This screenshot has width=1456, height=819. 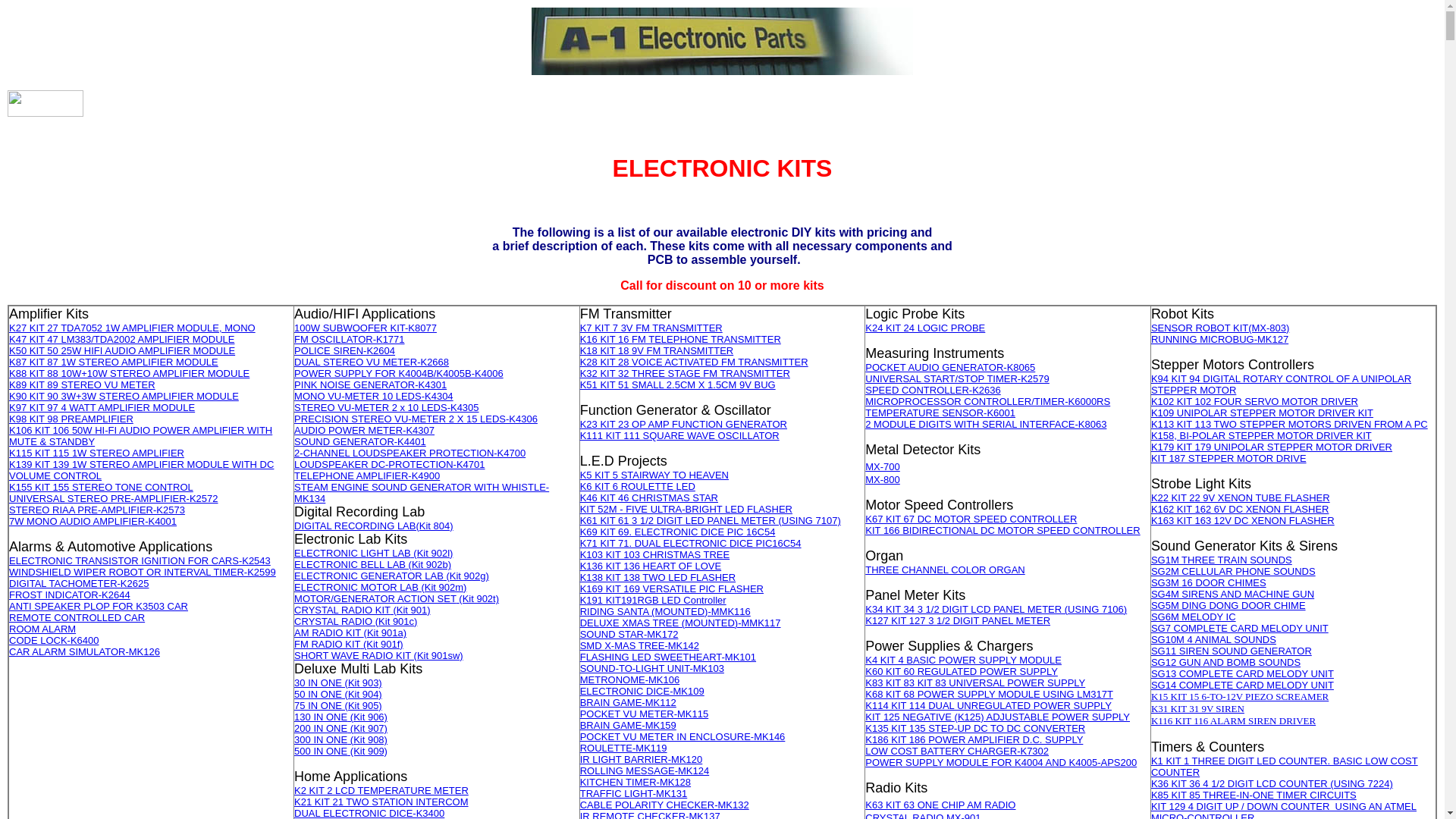 What do you see at coordinates (654, 554) in the screenshot?
I see `'K103 KIT 103 CHRISTMAS TREE'` at bounding box center [654, 554].